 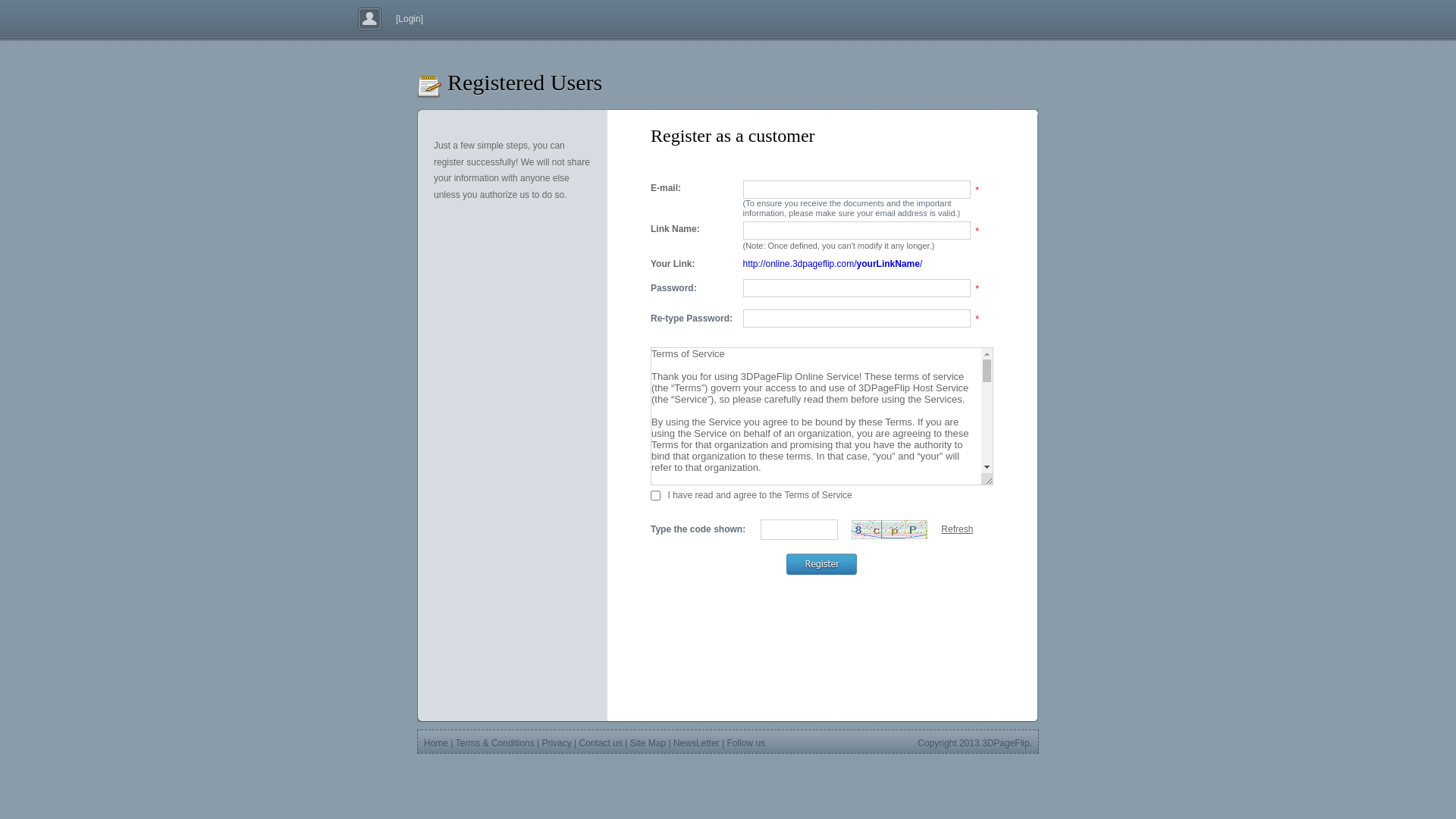 What do you see at coordinates (405, 18) in the screenshot?
I see `'   [Login]'` at bounding box center [405, 18].